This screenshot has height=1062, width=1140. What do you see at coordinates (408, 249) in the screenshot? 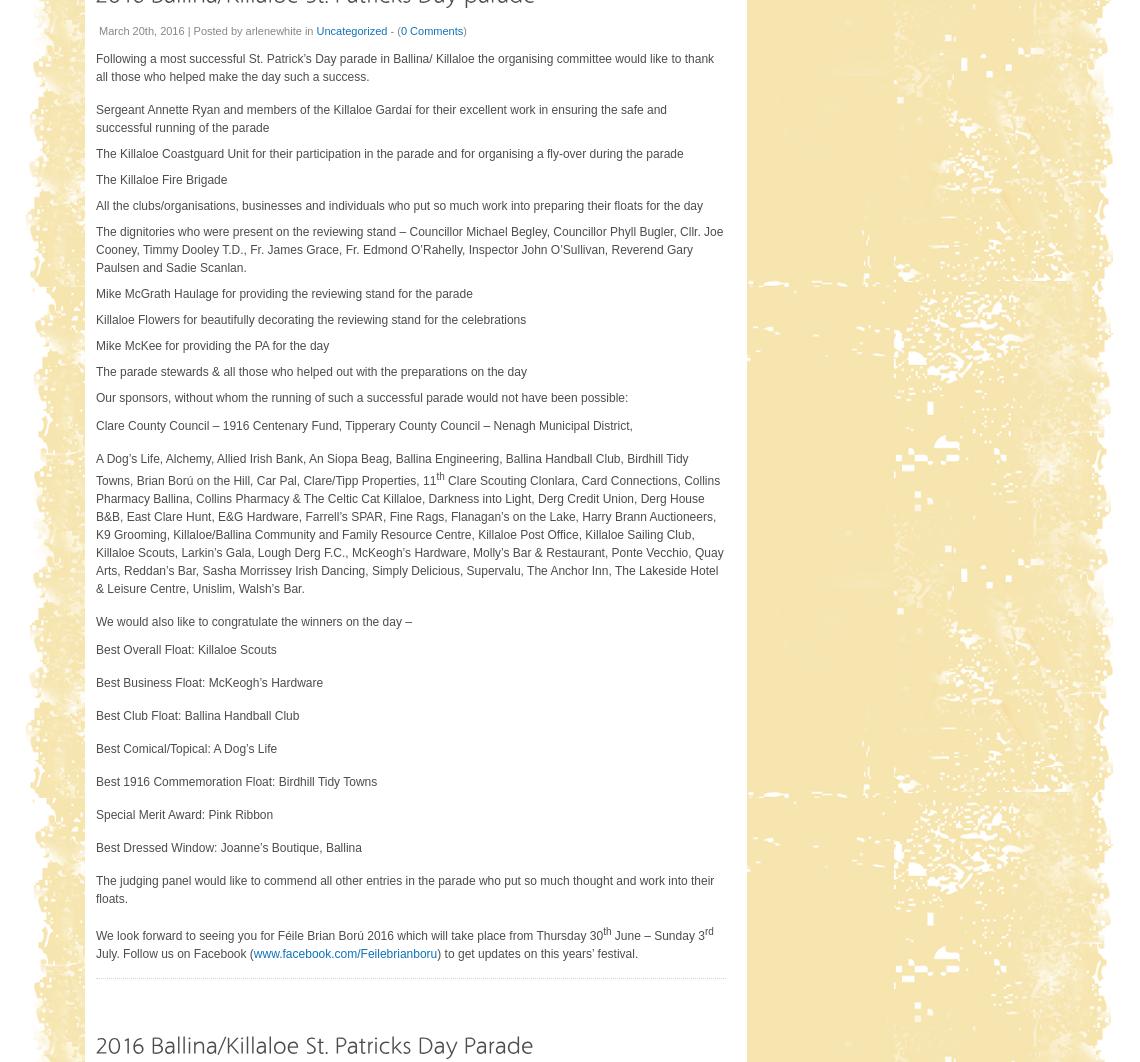
I see `'The dignitories who were present on the reviewing stand – Councillor Michael Begley, Councillor Phyll Bugler, Cllr. Joe Cooney, Timmy Dooley T.D., Fr. James Grace, Fr. Edmond O’Rahelly, Inspector John O’Sullivan, Reverend Gary Paulsen and Sadie Scanlan.'` at bounding box center [408, 249].